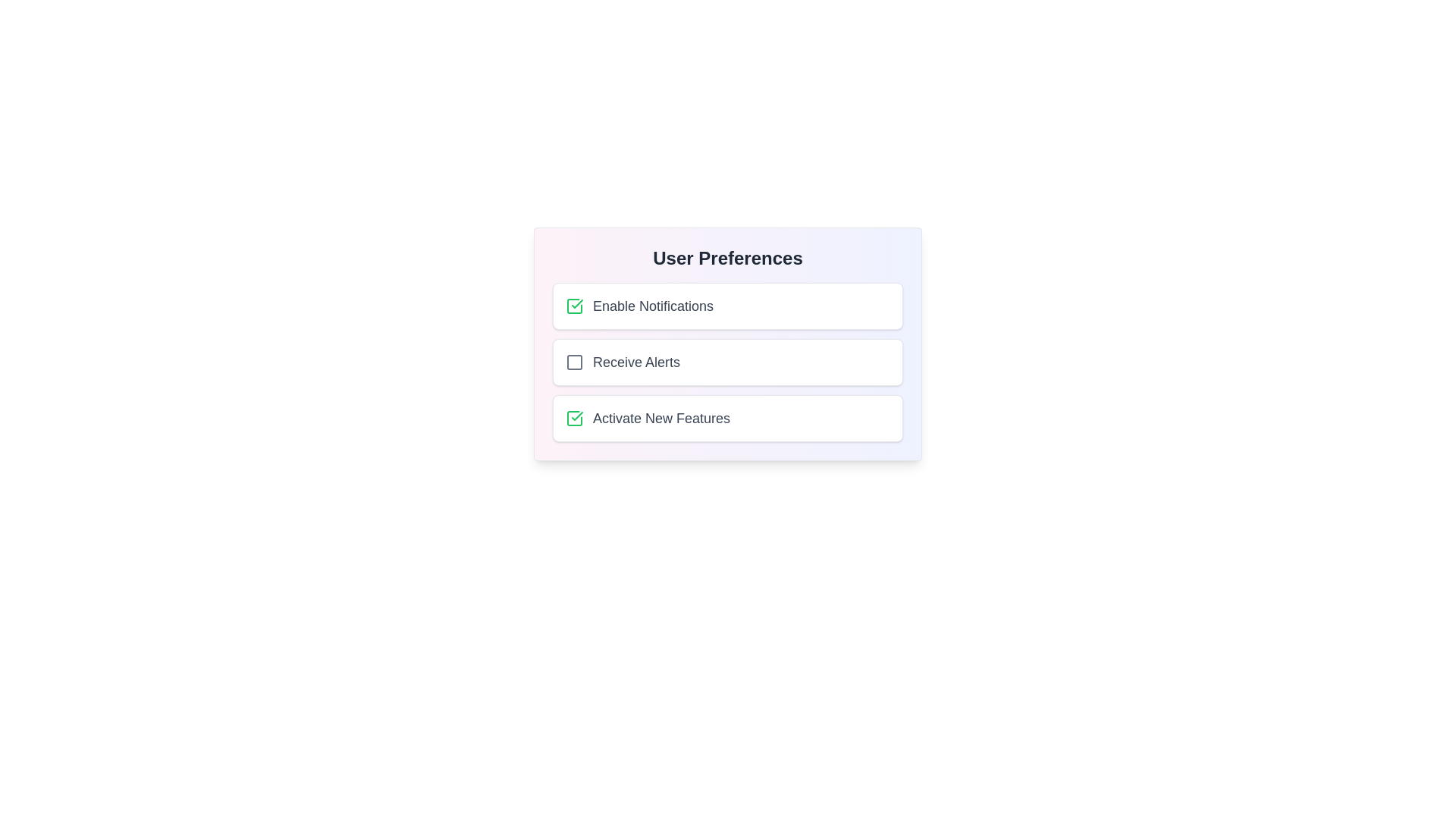 Image resolution: width=1456 pixels, height=819 pixels. Describe the element at coordinates (661, 418) in the screenshot. I see `the text label reading 'Activate New Features', which is aligned to the right of the checkbox in the third row of the 'User Preferences' panel` at that location.